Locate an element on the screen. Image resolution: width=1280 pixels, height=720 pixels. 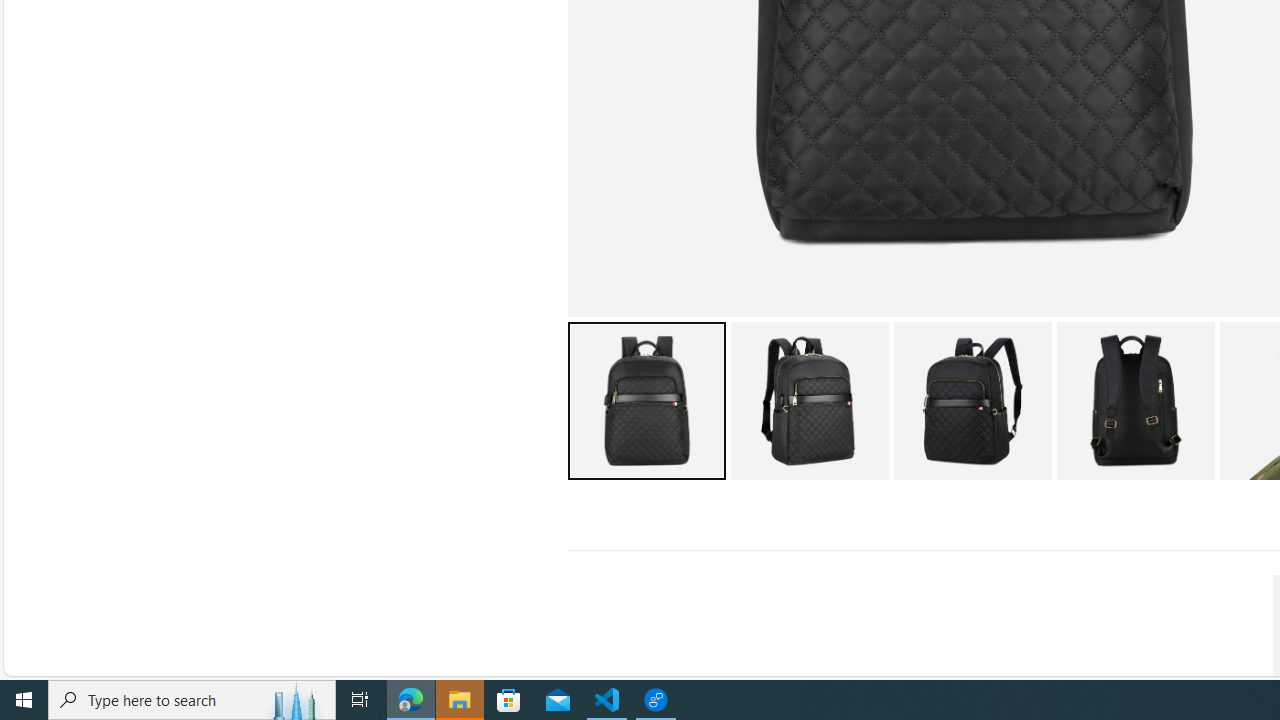
'Microsoft Store' is located at coordinates (509, 698).